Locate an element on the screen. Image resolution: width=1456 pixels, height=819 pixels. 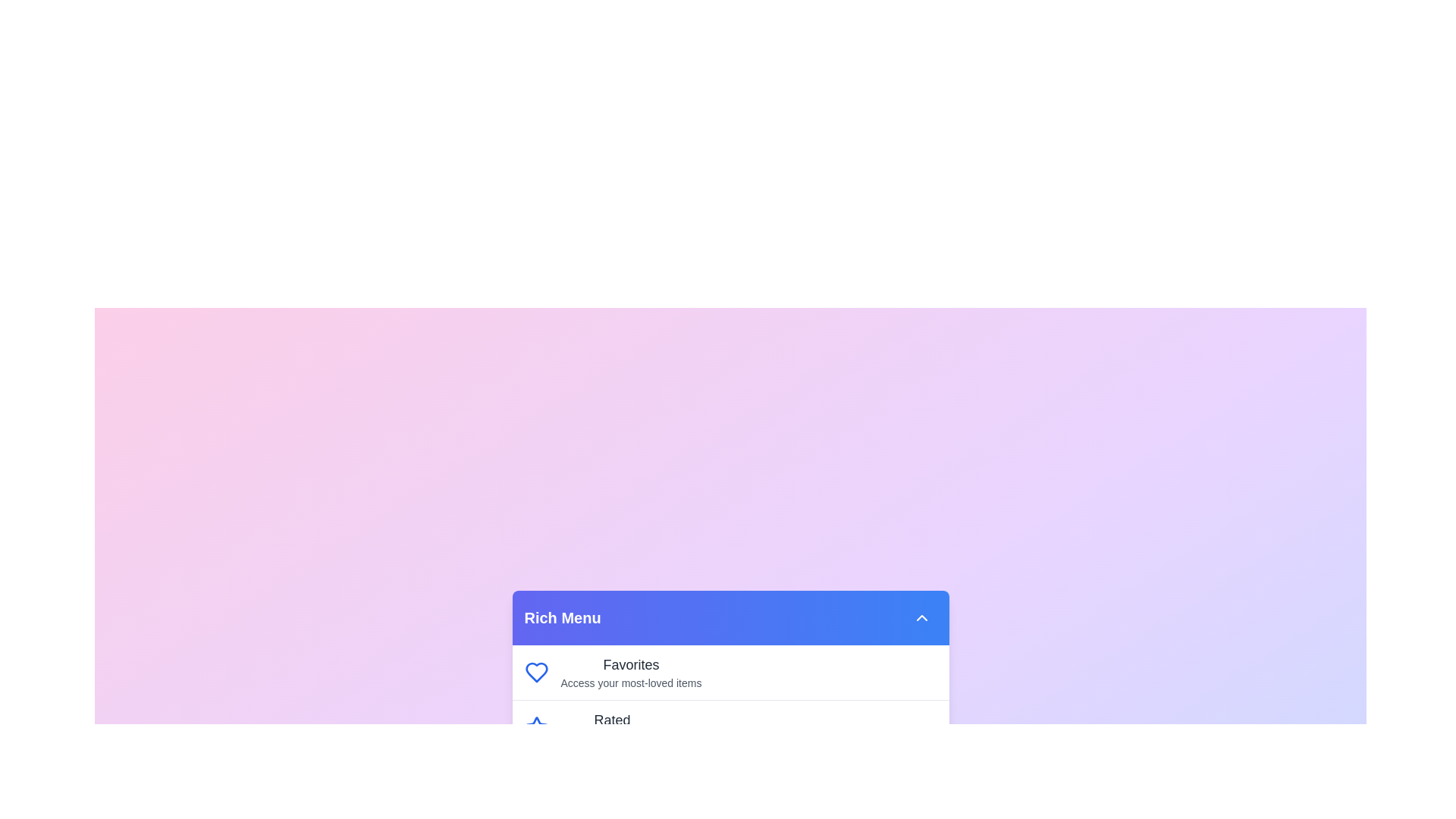
the menu item Rated to highlight it is located at coordinates (612, 719).